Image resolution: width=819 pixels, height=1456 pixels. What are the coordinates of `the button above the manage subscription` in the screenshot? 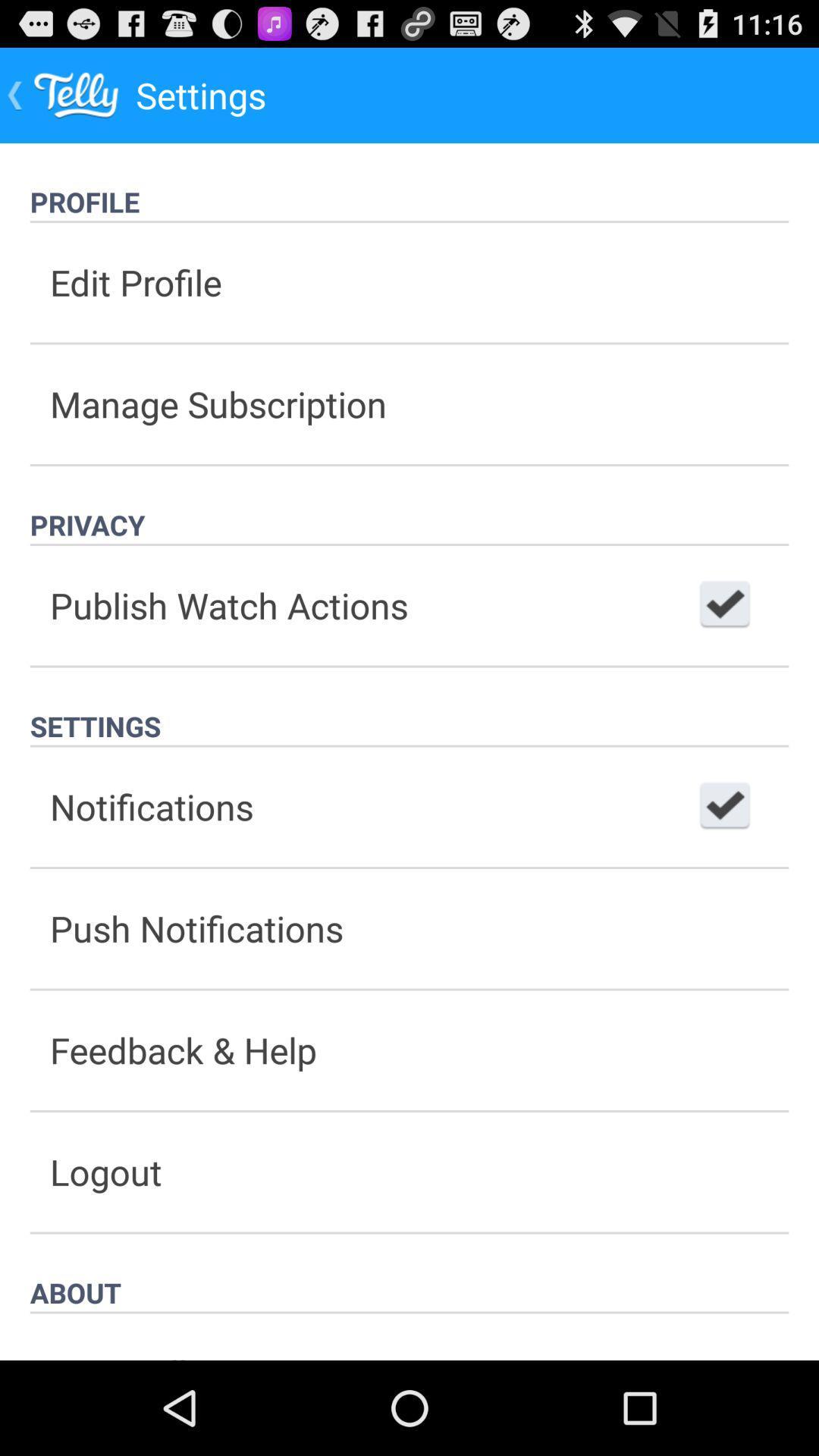 It's located at (409, 282).